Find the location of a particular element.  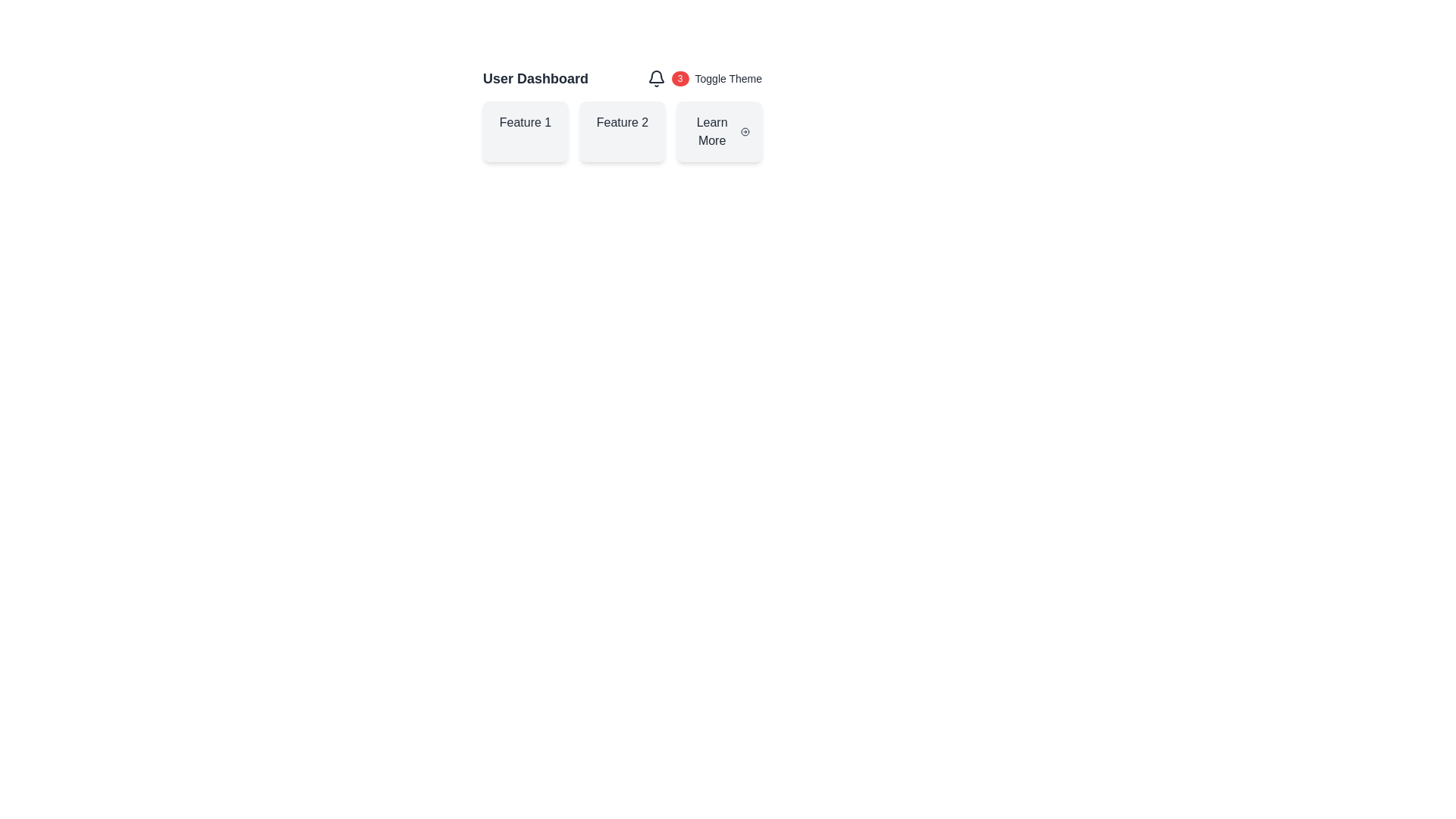

the notification badge located in the top right section of the interface, positioned to the right of the bell icon and to the left of the 'Toggle Theme' button is located at coordinates (679, 79).